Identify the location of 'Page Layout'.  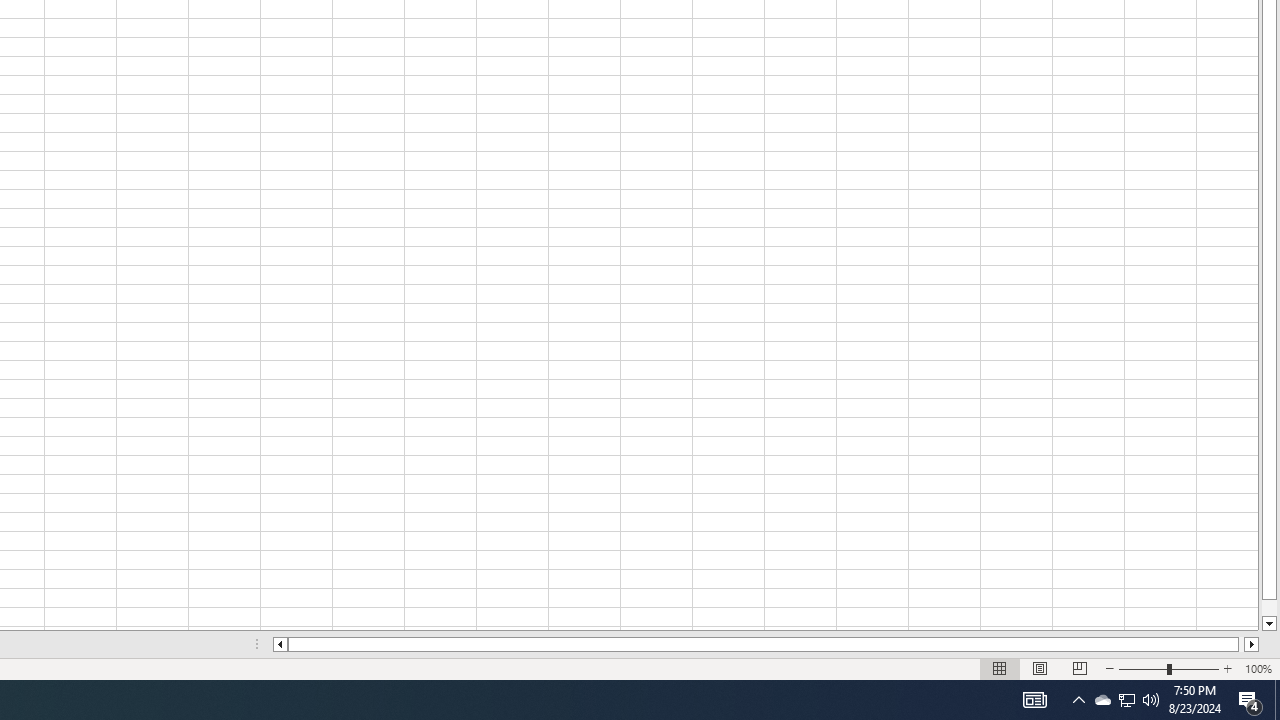
(1040, 669).